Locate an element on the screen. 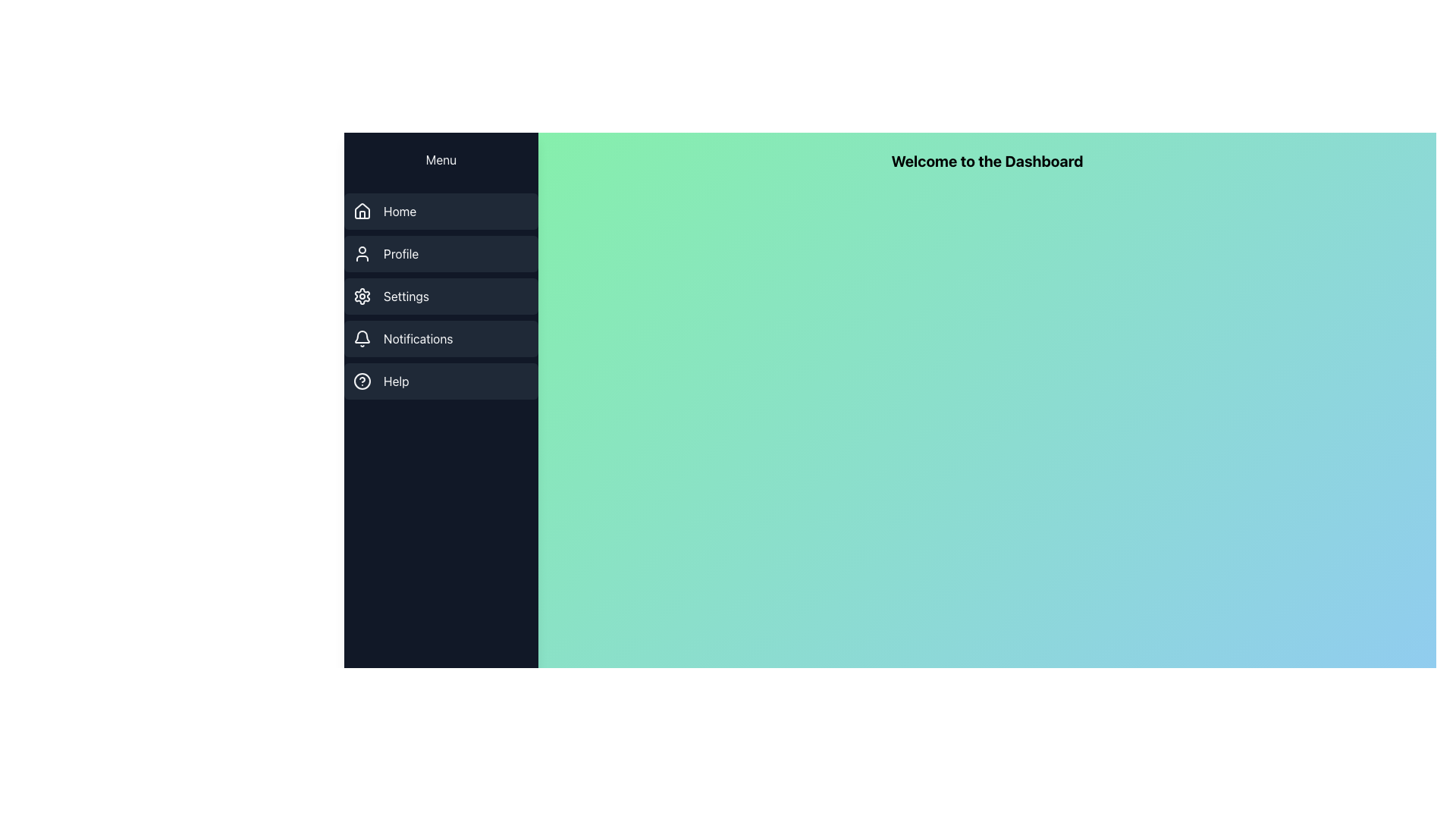  the 'Profile' text label in the navigation menu, which is the second item from the top in the left sidebar is located at coordinates (401, 253).